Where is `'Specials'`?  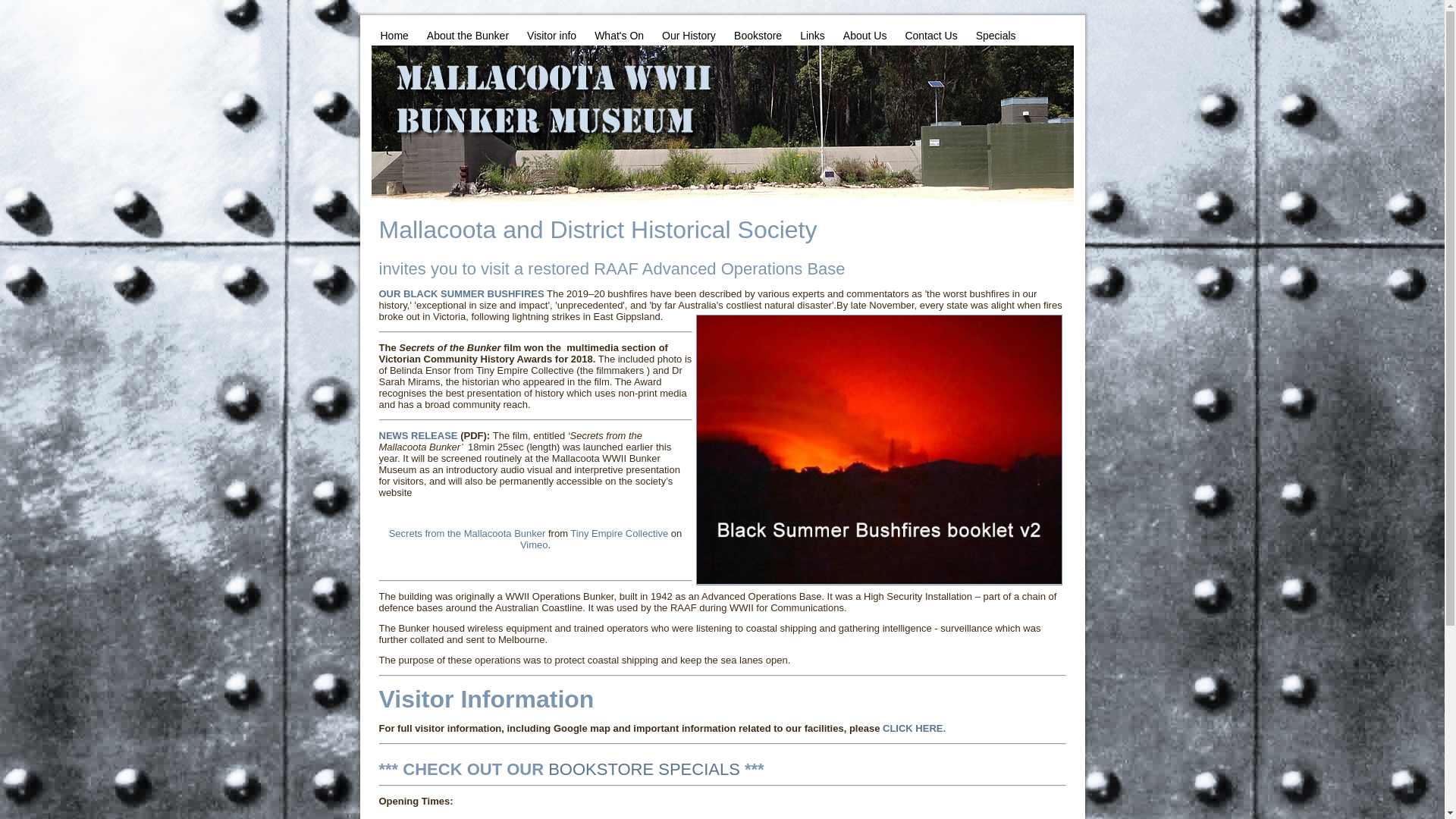 'Specials' is located at coordinates (996, 35).